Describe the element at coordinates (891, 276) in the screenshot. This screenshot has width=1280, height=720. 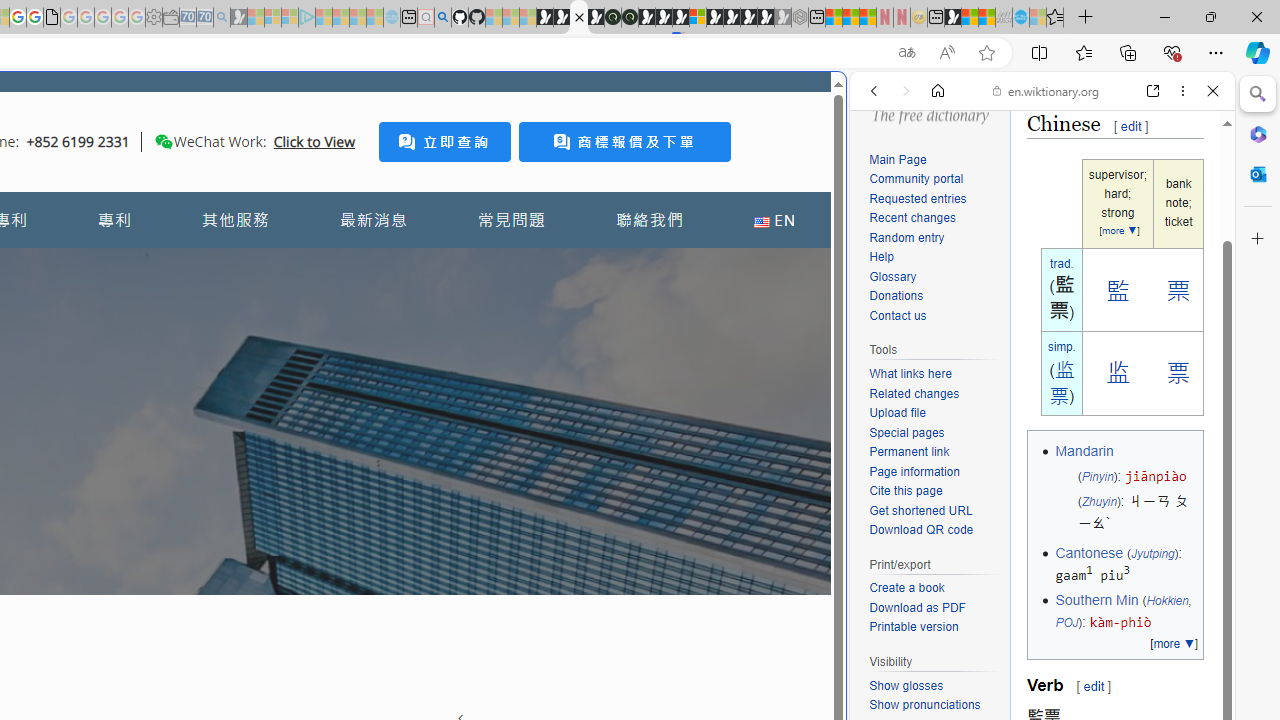
I see `'Glossary'` at that location.